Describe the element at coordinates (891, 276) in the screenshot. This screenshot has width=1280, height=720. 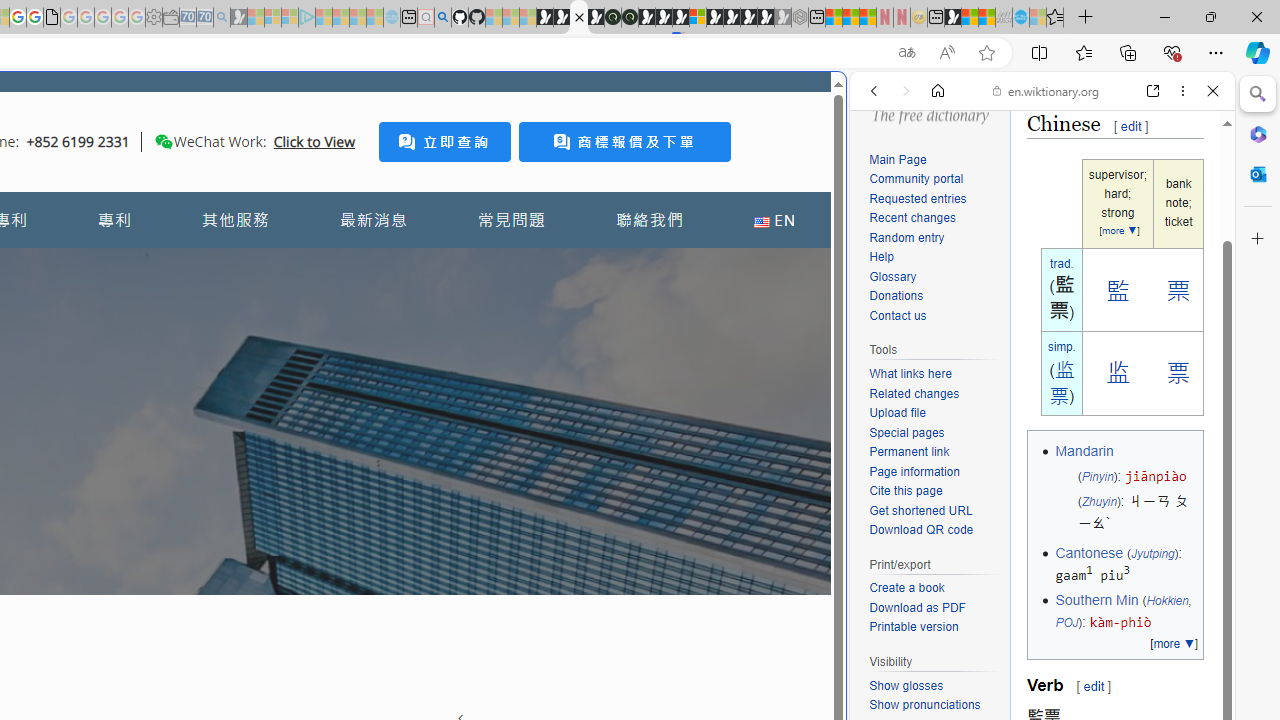
I see `'Glossary'` at that location.